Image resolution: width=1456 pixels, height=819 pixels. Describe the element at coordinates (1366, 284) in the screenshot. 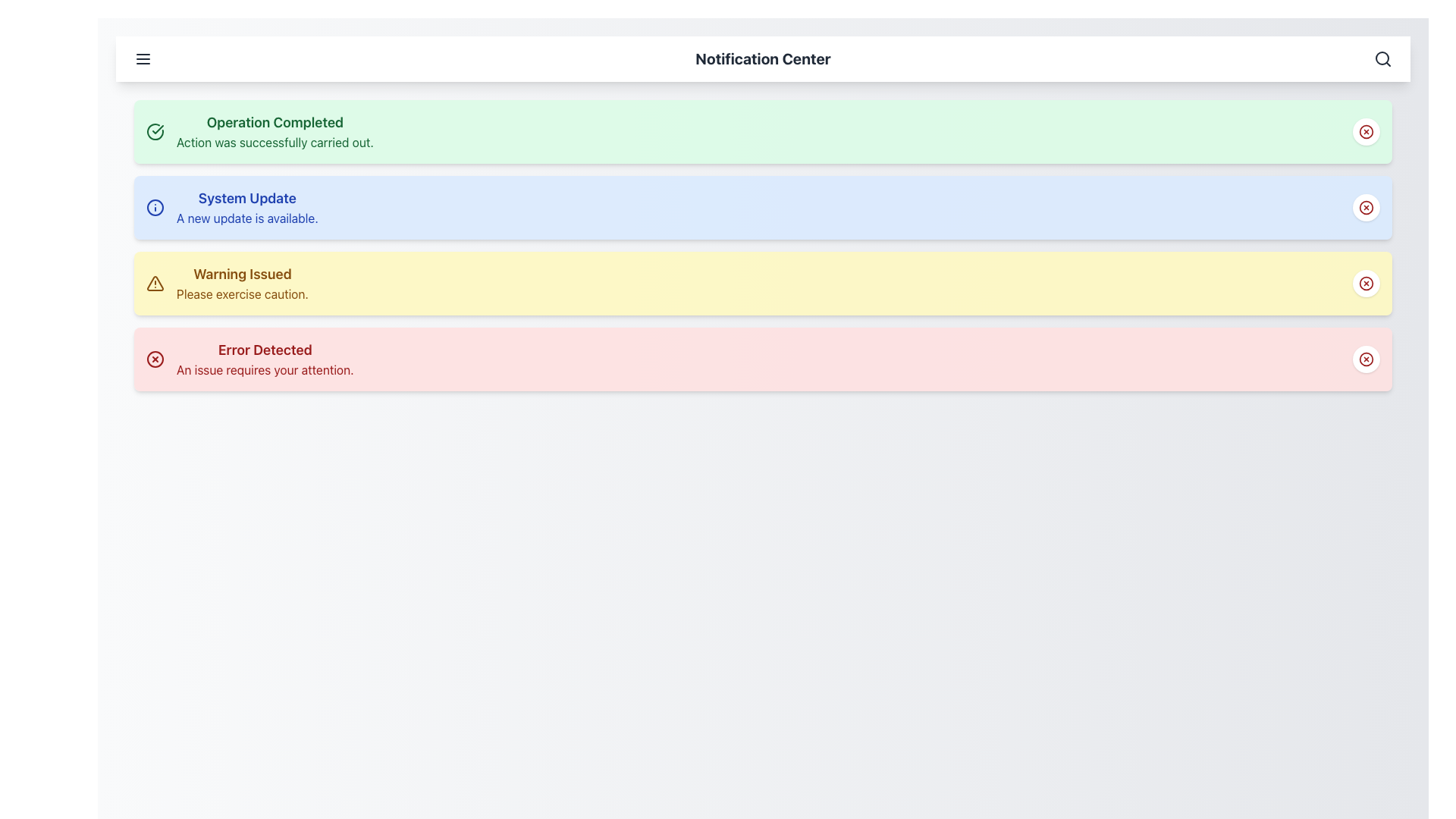

I see `the SVG-based circular icon with a cross used as a close or warning indicator in the fourth notification panel with a yellow background that says 'Warning Issued'` at that location.